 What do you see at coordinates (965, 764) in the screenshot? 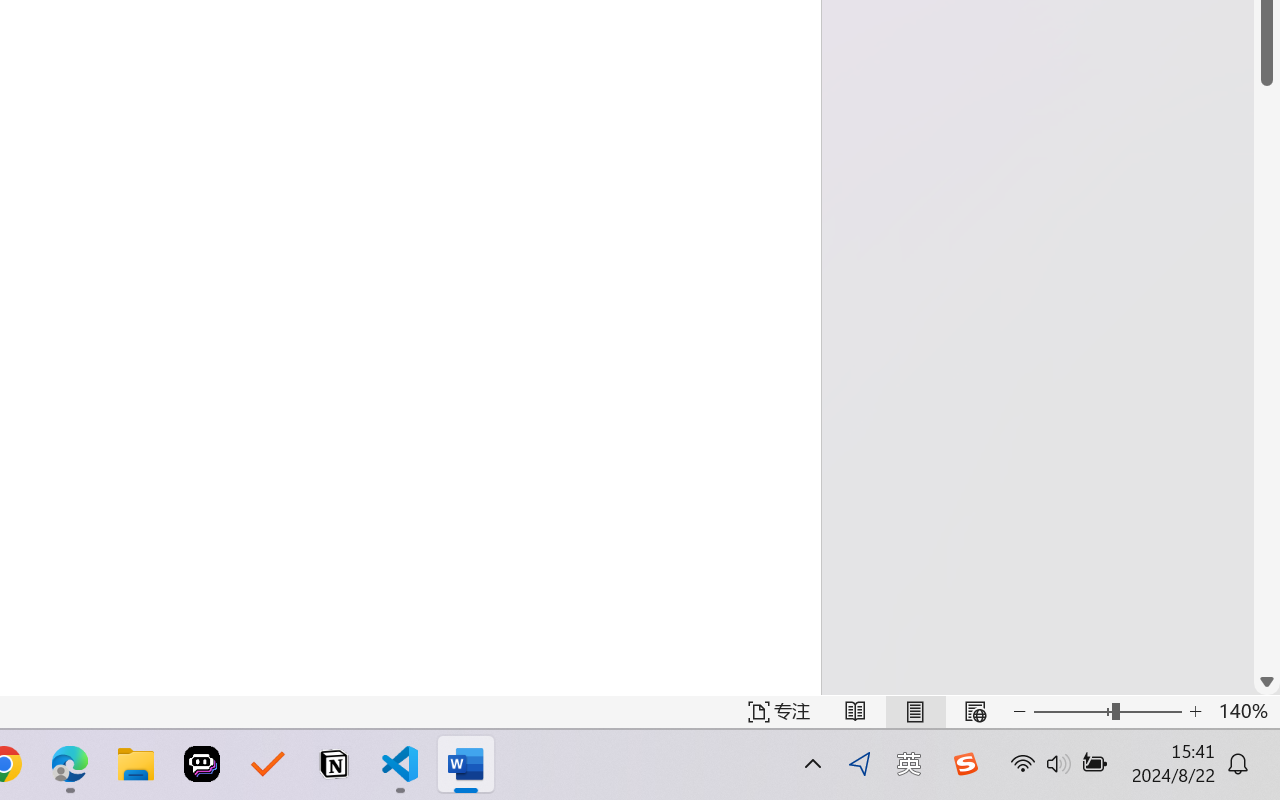
I see `'Class: Image'` at bounding box center [965, 764].